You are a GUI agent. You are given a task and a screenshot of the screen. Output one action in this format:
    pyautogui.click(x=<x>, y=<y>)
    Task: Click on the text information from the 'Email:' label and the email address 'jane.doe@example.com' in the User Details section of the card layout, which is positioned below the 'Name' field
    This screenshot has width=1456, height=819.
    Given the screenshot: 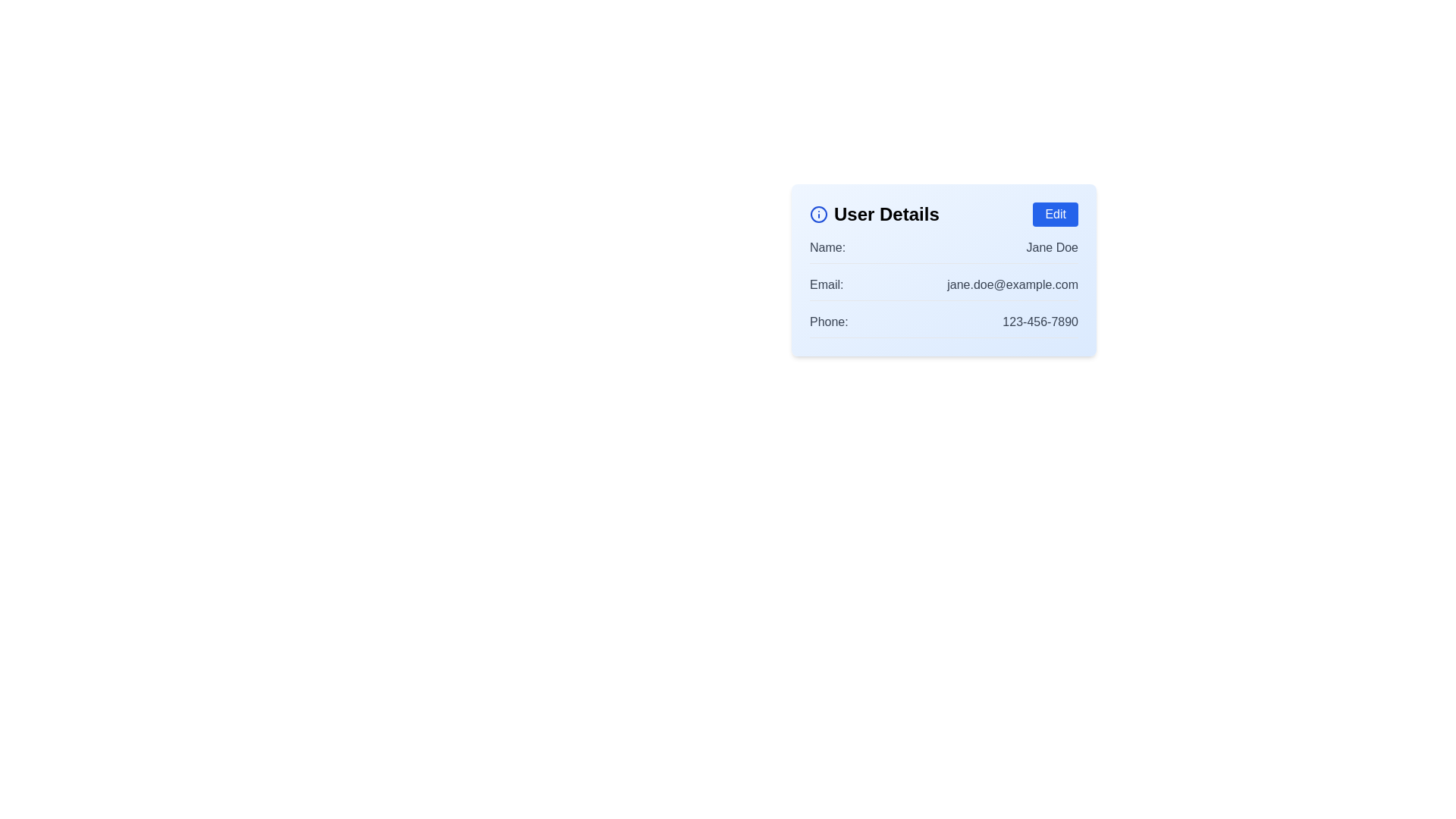 What is the action you would take?
    pyautogui.click(x=943, y=288)
    